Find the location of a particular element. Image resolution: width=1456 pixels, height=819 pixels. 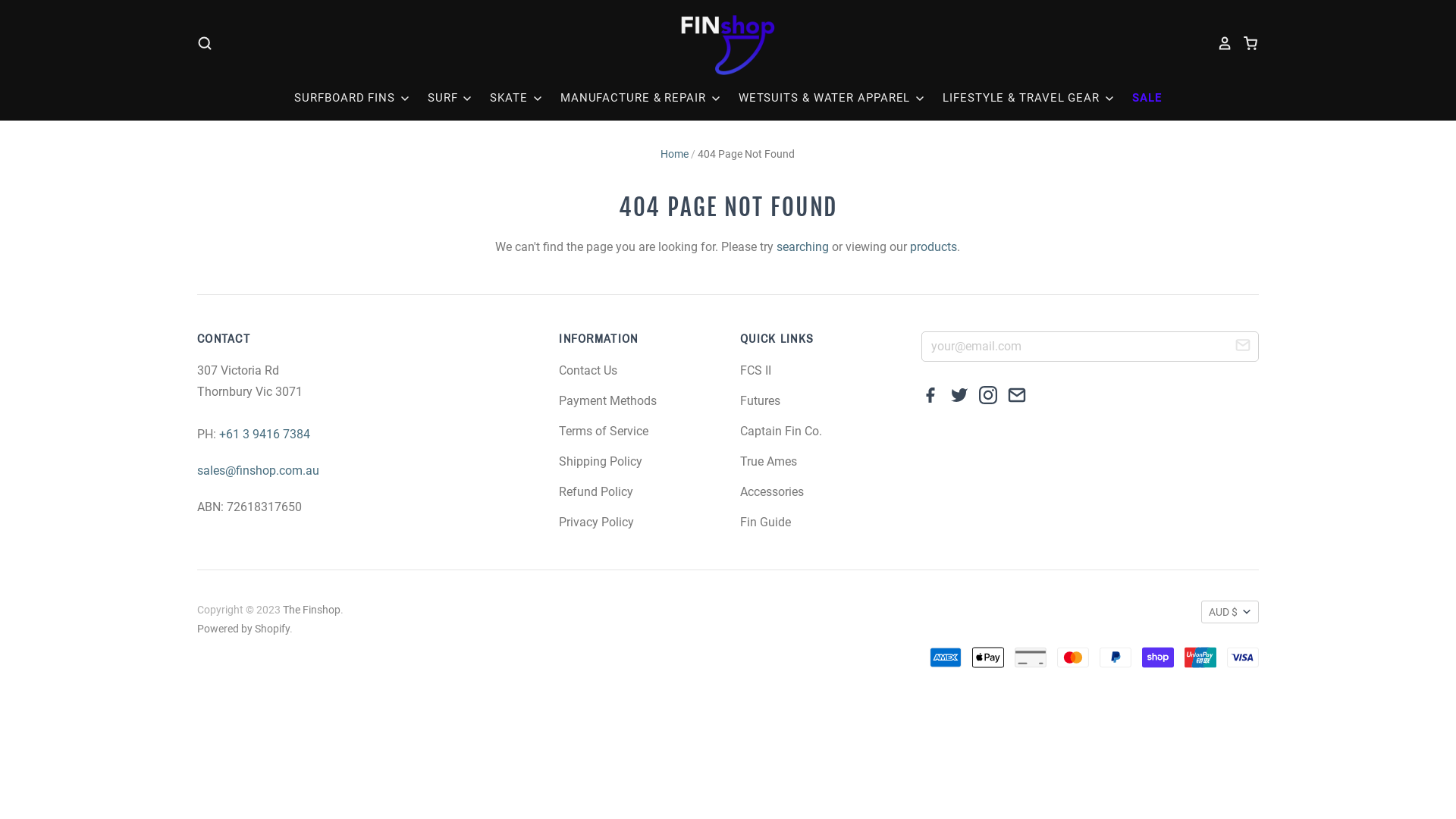

'Privacy Policy' is located at coordinates (595, 521).